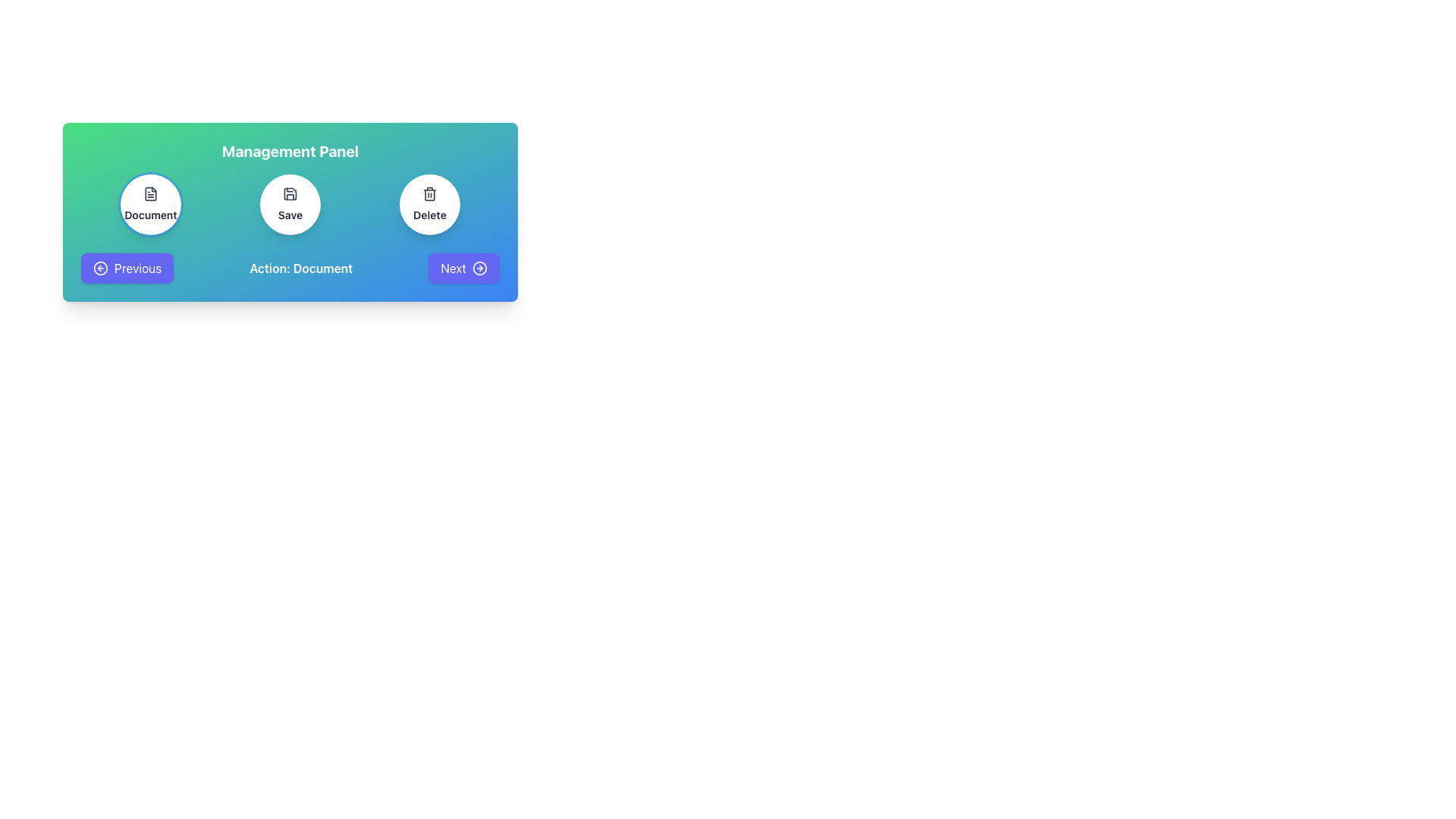  Describe the element at coordinates (290, 212) in the screenshot. I see `the 'Save' button located in the middle of three circular buttons within the 'Management Panel' to initiate the save action` at that location.